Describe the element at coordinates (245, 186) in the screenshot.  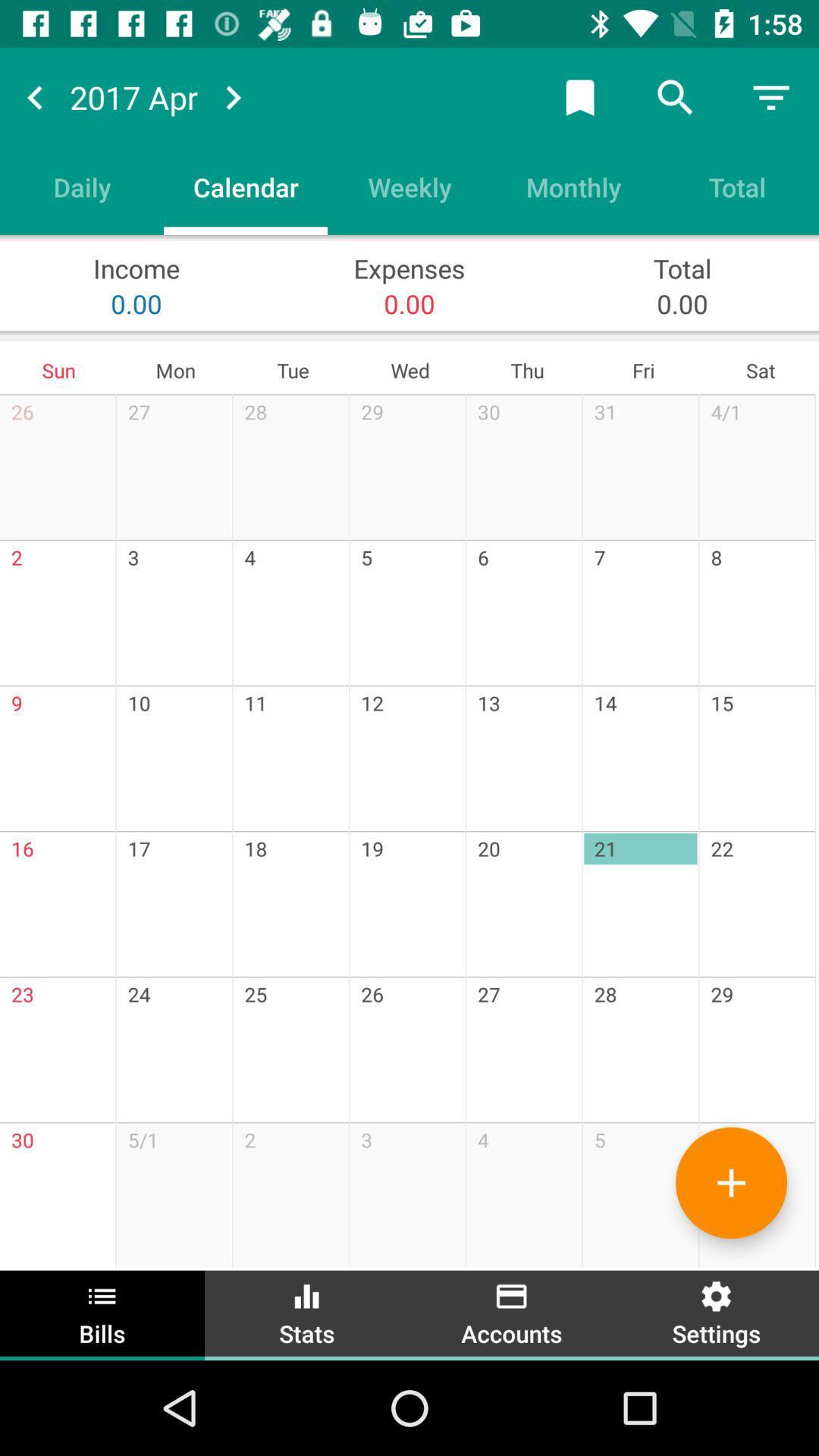
I see `calendar icon` at that location.